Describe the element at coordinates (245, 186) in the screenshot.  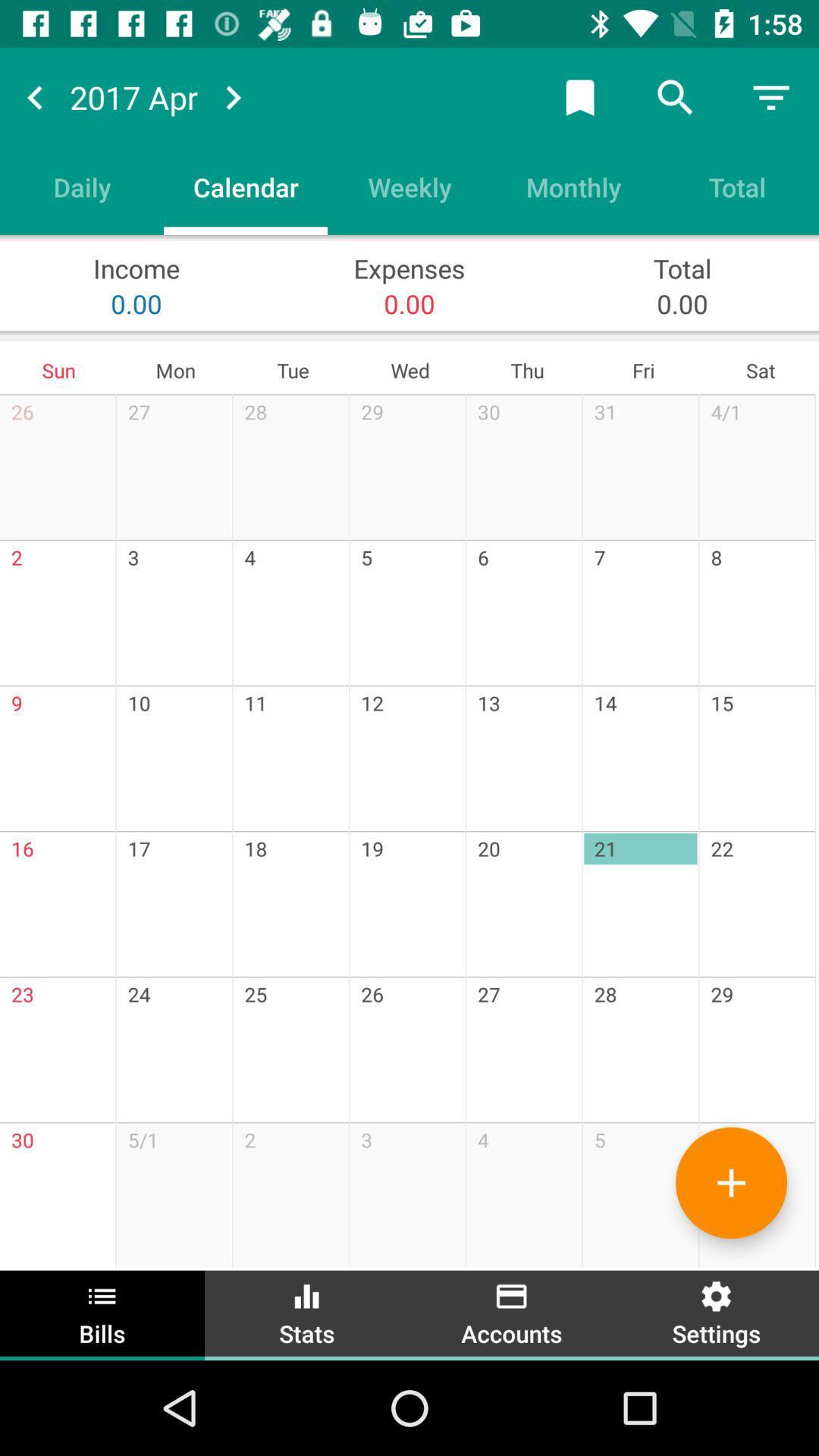
I see `calendar icon` at that location.